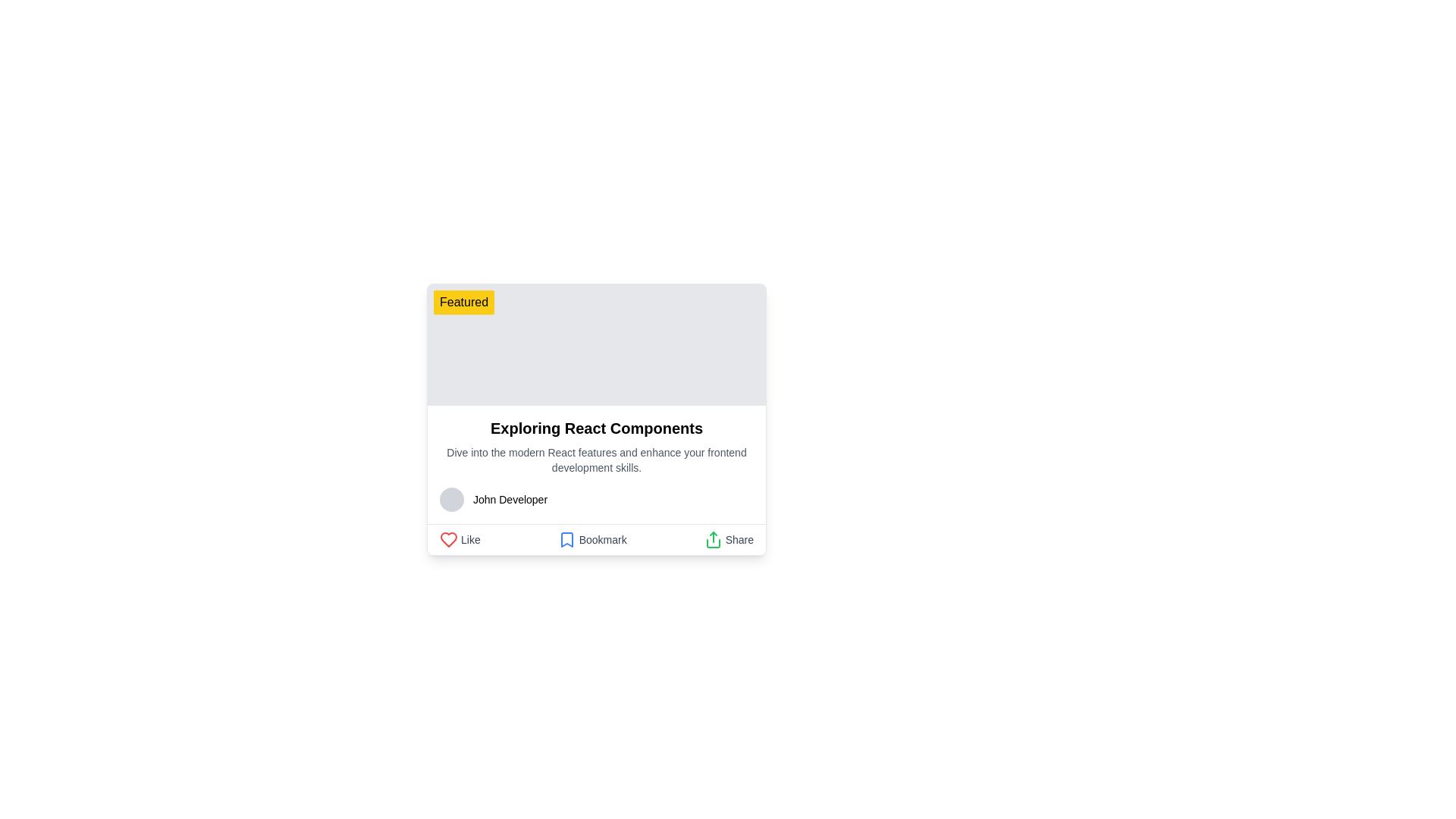  What do you see at coordinates (729, 539) in the screenshot?
I see `the rightmost button in the horizontal row at the bottom of the content card to initiate the sharing action` at bounding box center [729, 539].